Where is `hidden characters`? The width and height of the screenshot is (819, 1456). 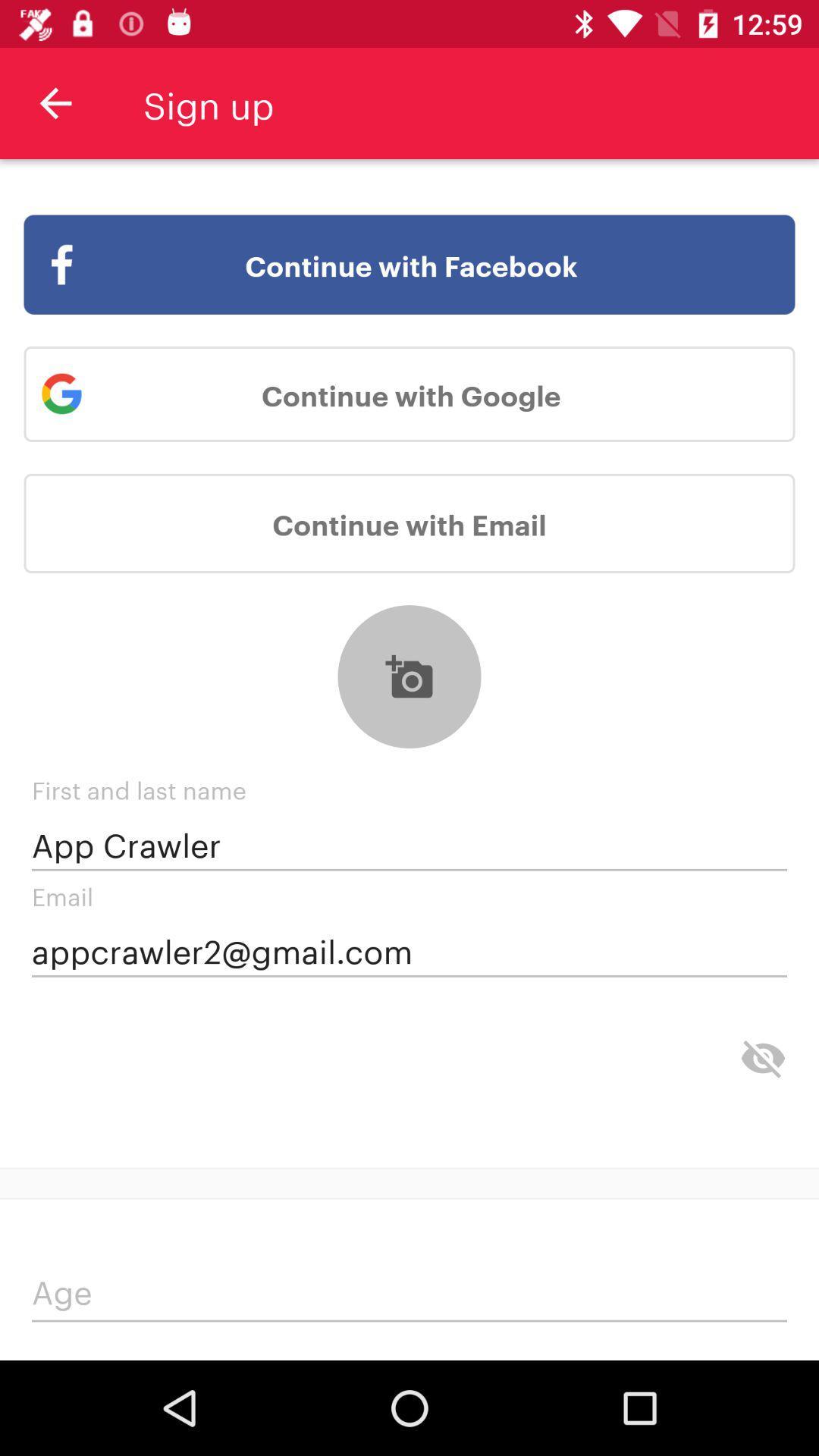 hidden characters is located at coordinates (763, 1058).